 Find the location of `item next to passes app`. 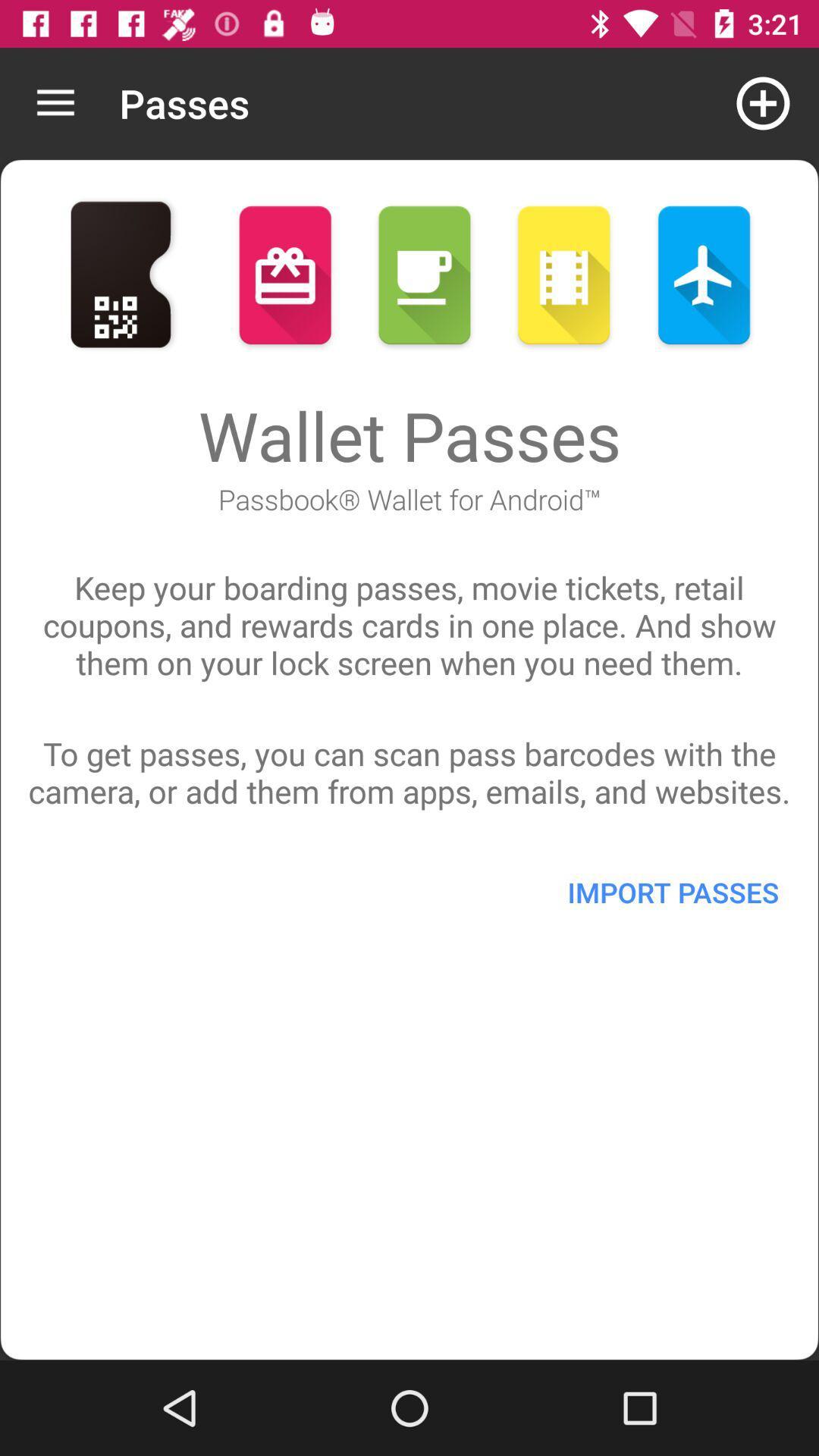

item next to passes app is located at coordinates (55, 102).